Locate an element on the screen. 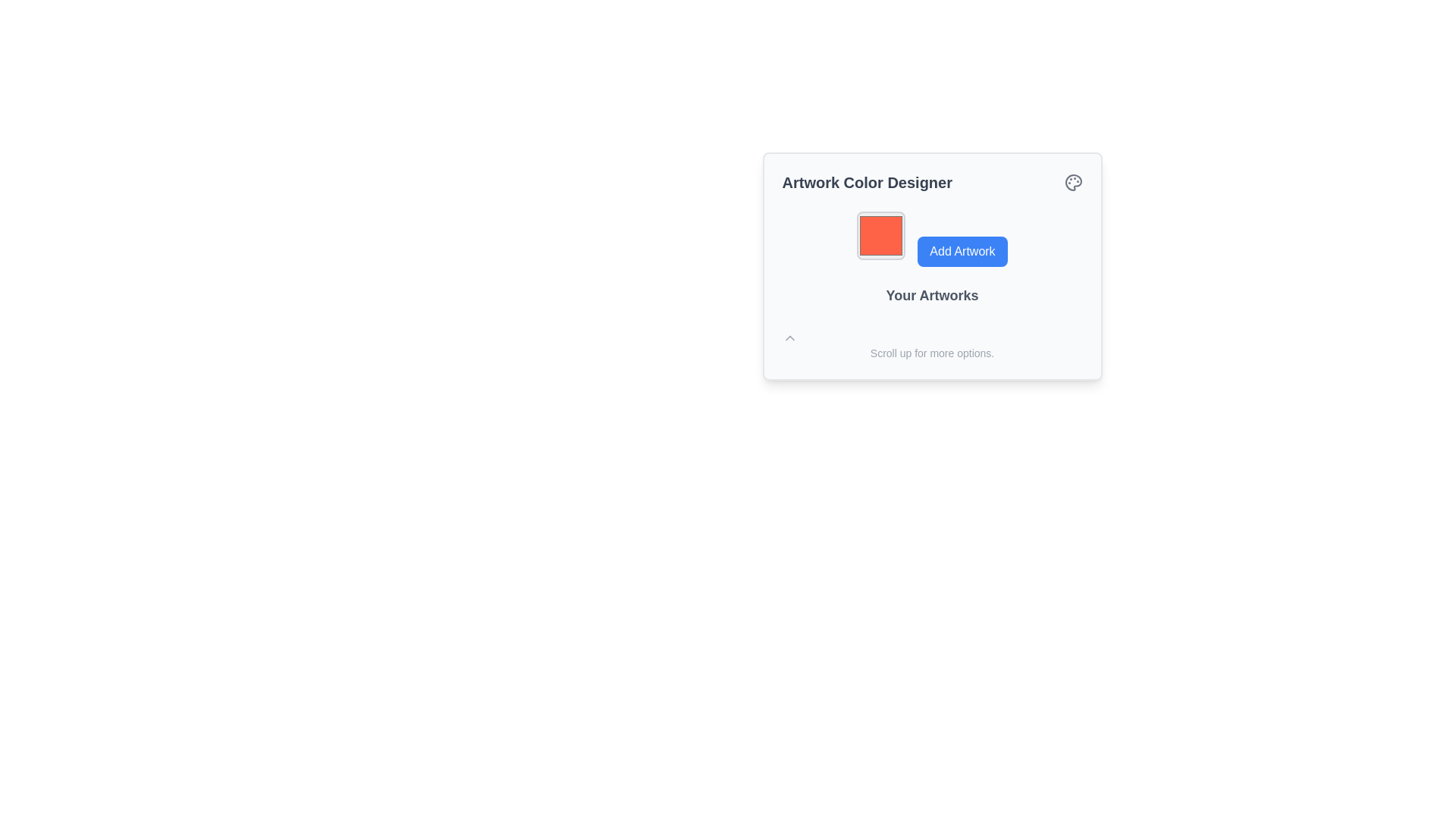  the instructional Static Text element that prompts the user to scroll upwards, located below the 'Your Artworks' heading is located at coordinates (931, 345).